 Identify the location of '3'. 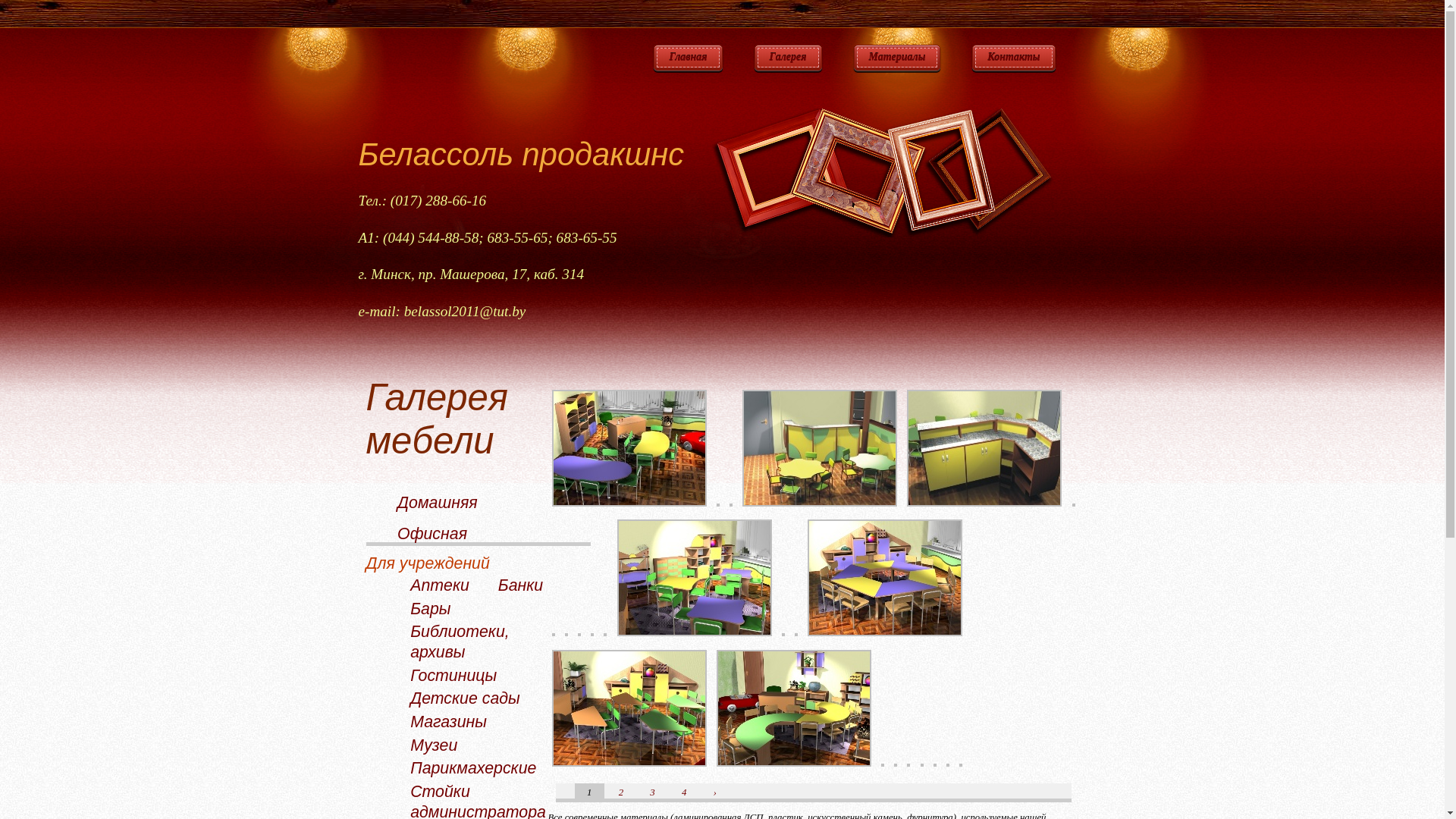
(651, 792).